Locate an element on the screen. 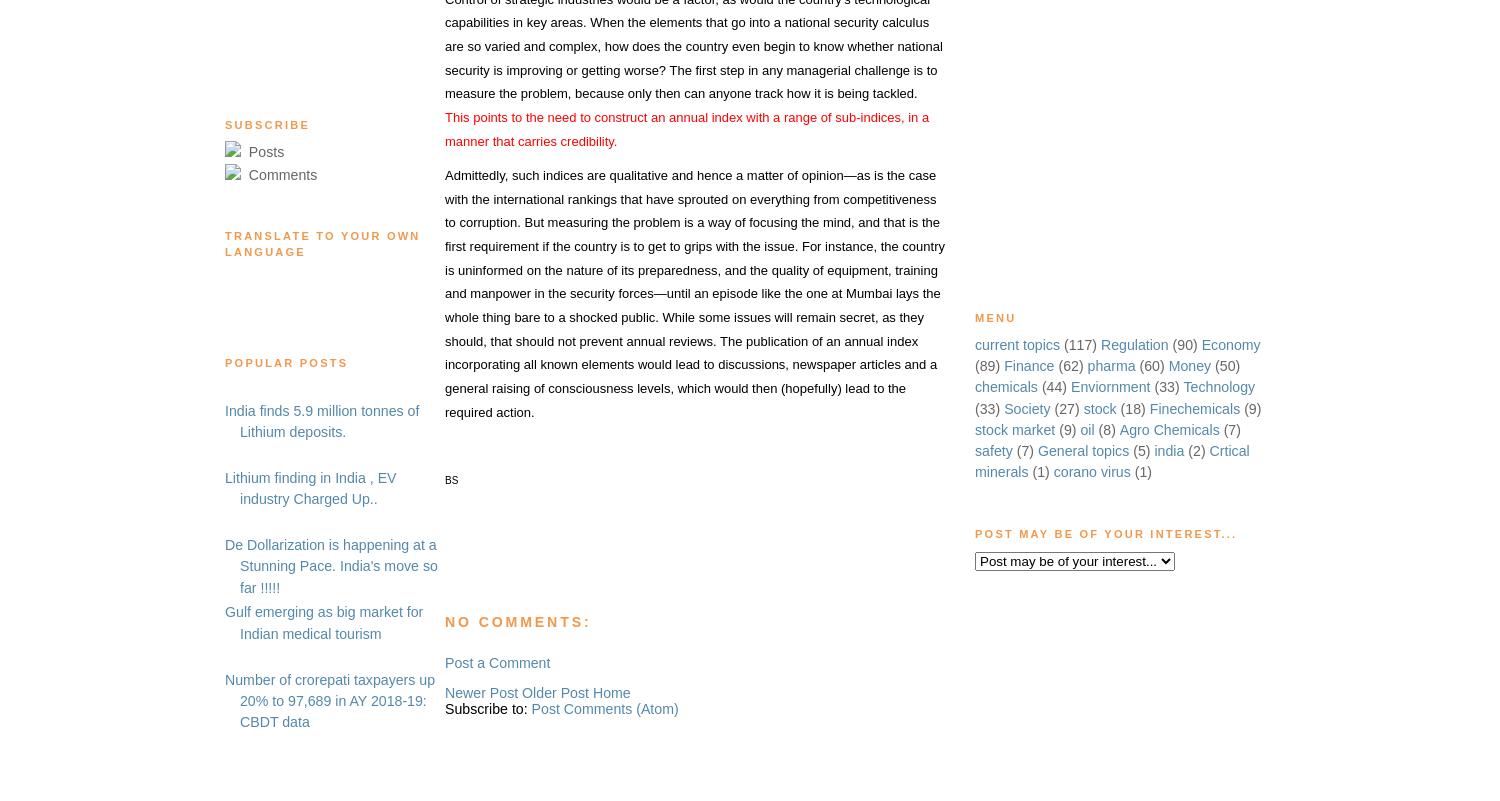  'pharma' is located at coordinates (1110, 365).